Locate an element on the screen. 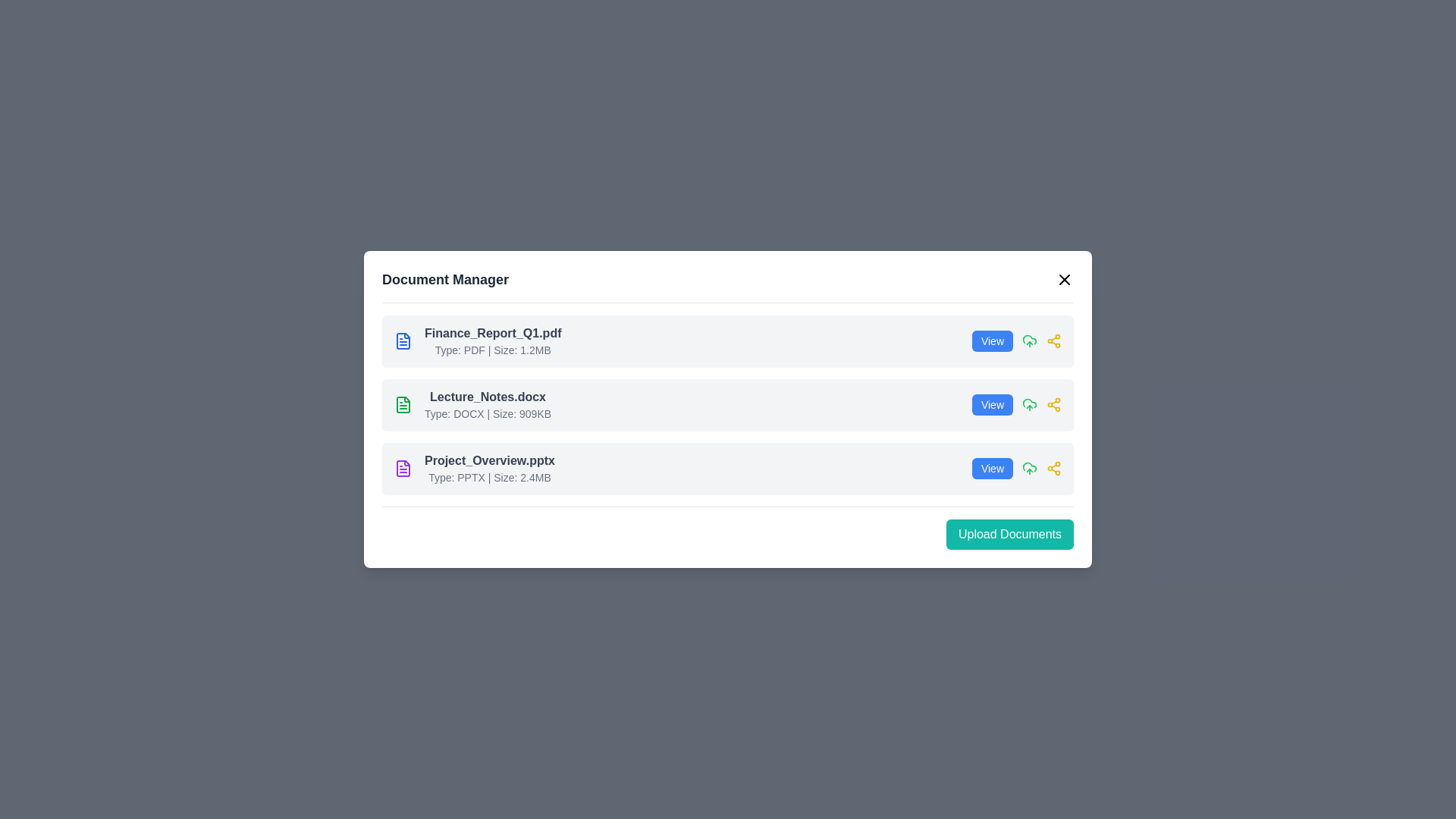 Image resolution: width=1456 pixels, height=819 pixels. the green cloud upload icon located to the right of the blue 'View' button is located at coordinates (1030, 341).